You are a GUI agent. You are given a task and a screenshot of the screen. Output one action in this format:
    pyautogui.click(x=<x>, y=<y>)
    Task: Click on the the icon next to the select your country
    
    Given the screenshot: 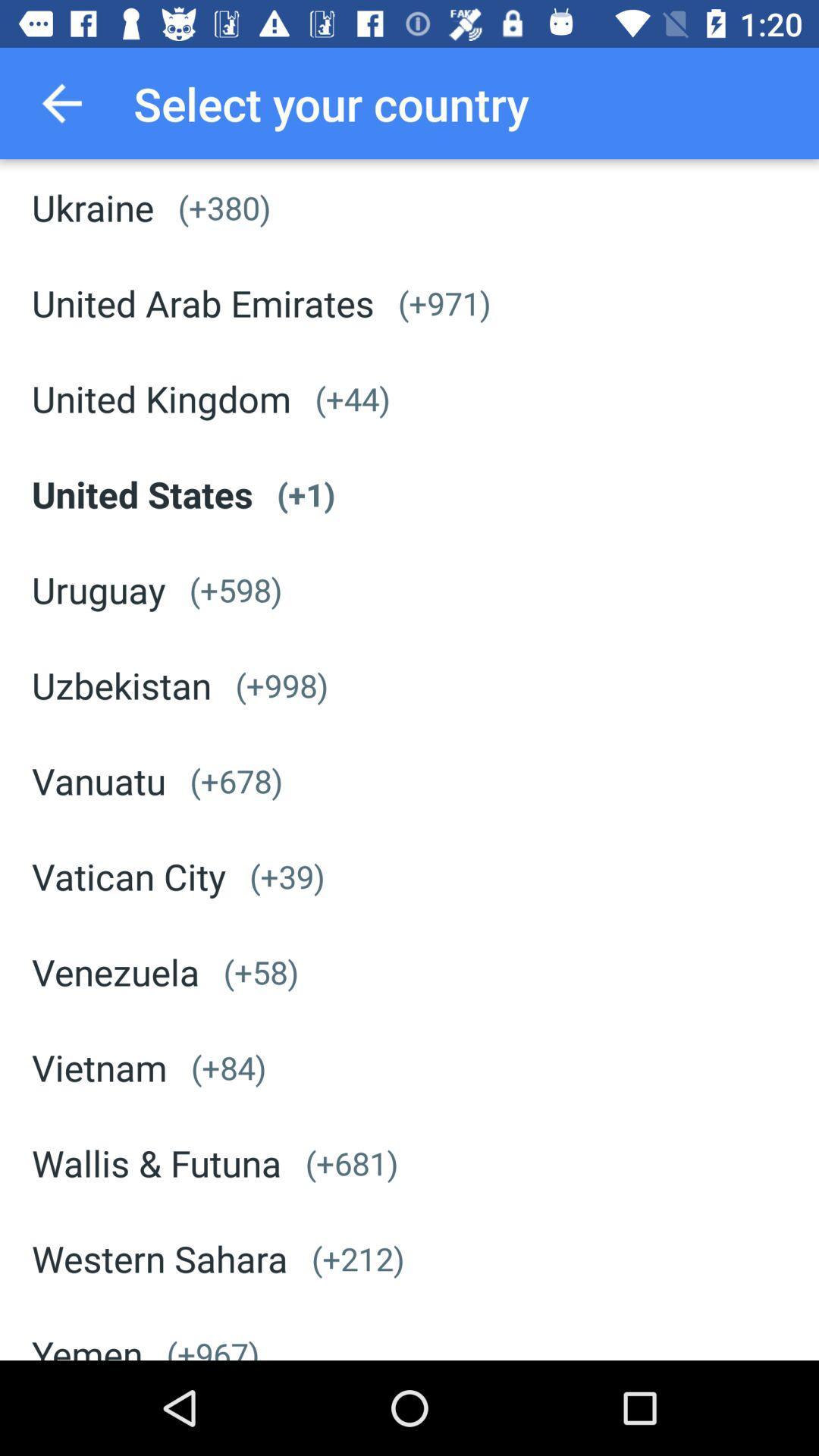 What is the action you would take?
    pyautogui.click(x=61, y=102)
    